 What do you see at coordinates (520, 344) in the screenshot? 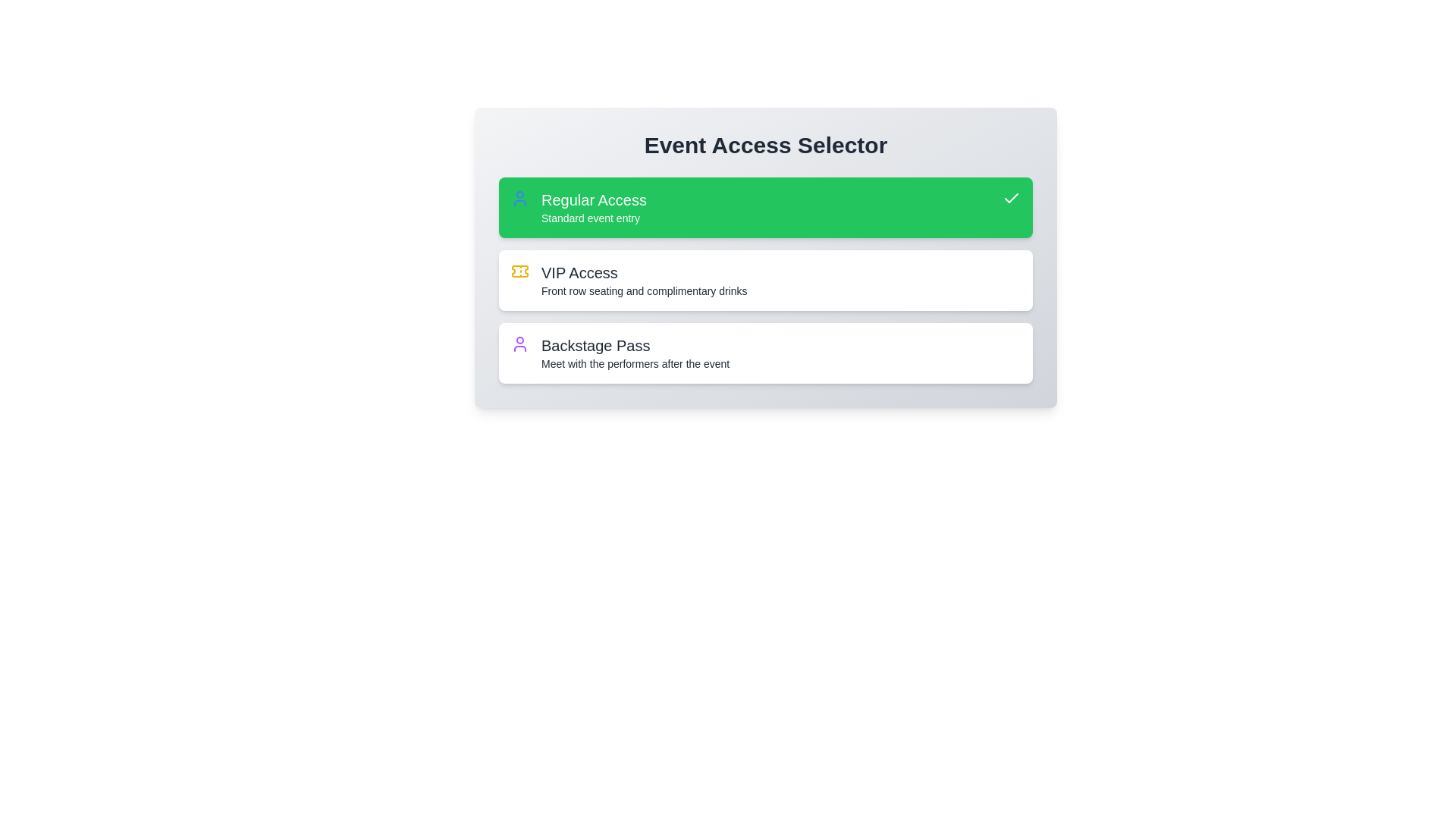
I see `the purple person icon located to the left of the 'Regular Access' label within the green background block` at bounding box center [520, 344].